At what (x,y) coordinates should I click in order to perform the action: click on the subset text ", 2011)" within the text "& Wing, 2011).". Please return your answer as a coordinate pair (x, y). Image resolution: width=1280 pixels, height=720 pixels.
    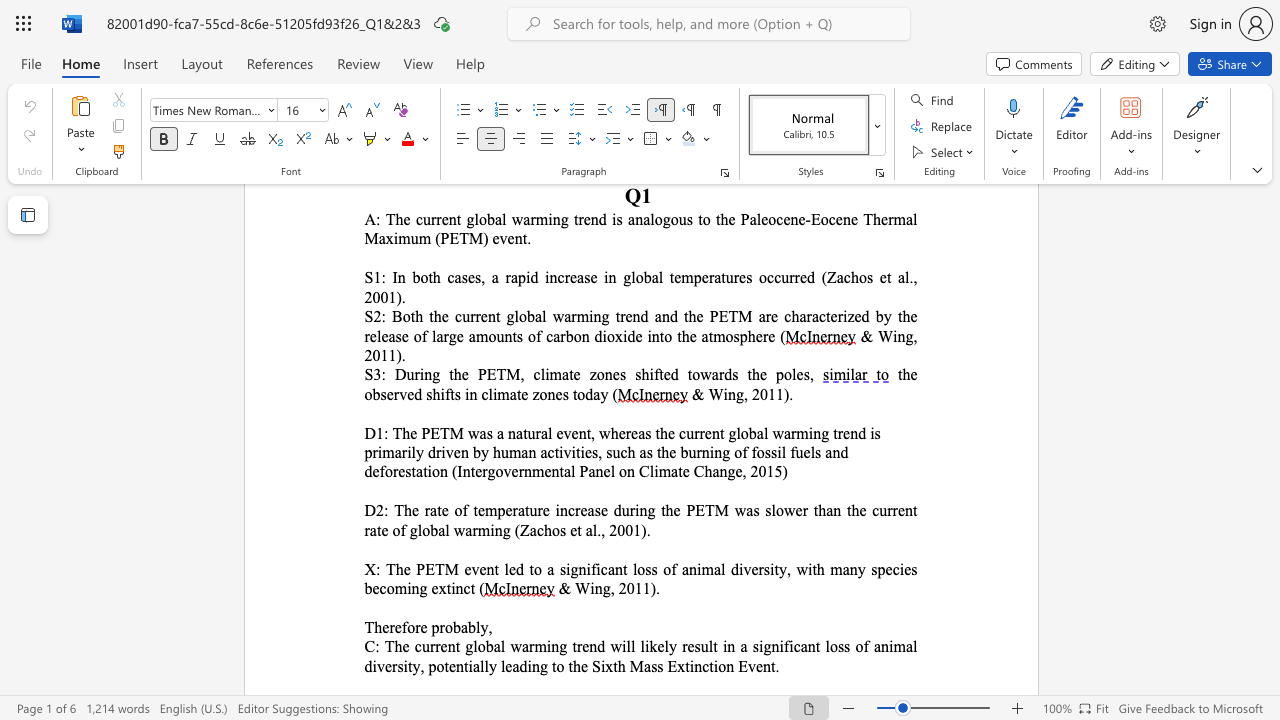
    Looking at the image, I should click on (912, 335).